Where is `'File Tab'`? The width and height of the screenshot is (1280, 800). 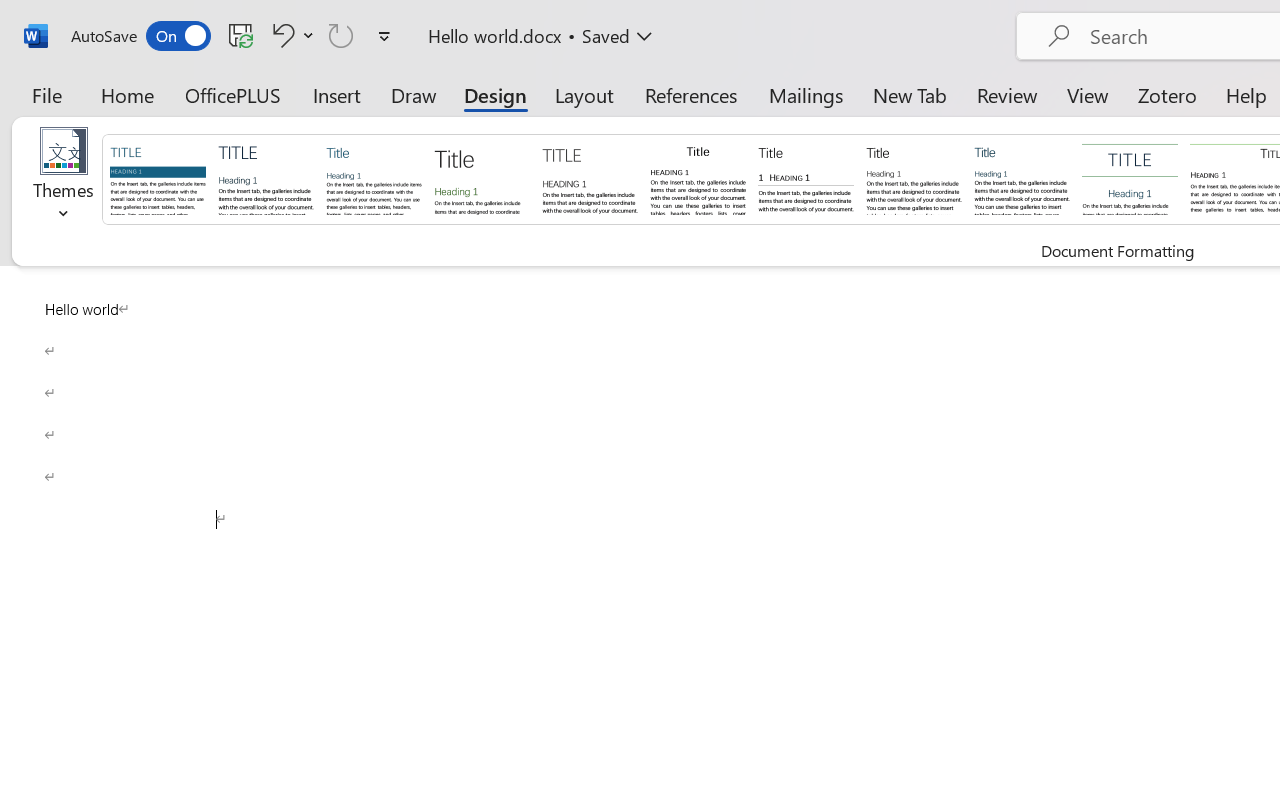 'File Tab' is located at coordinates (46, 94).